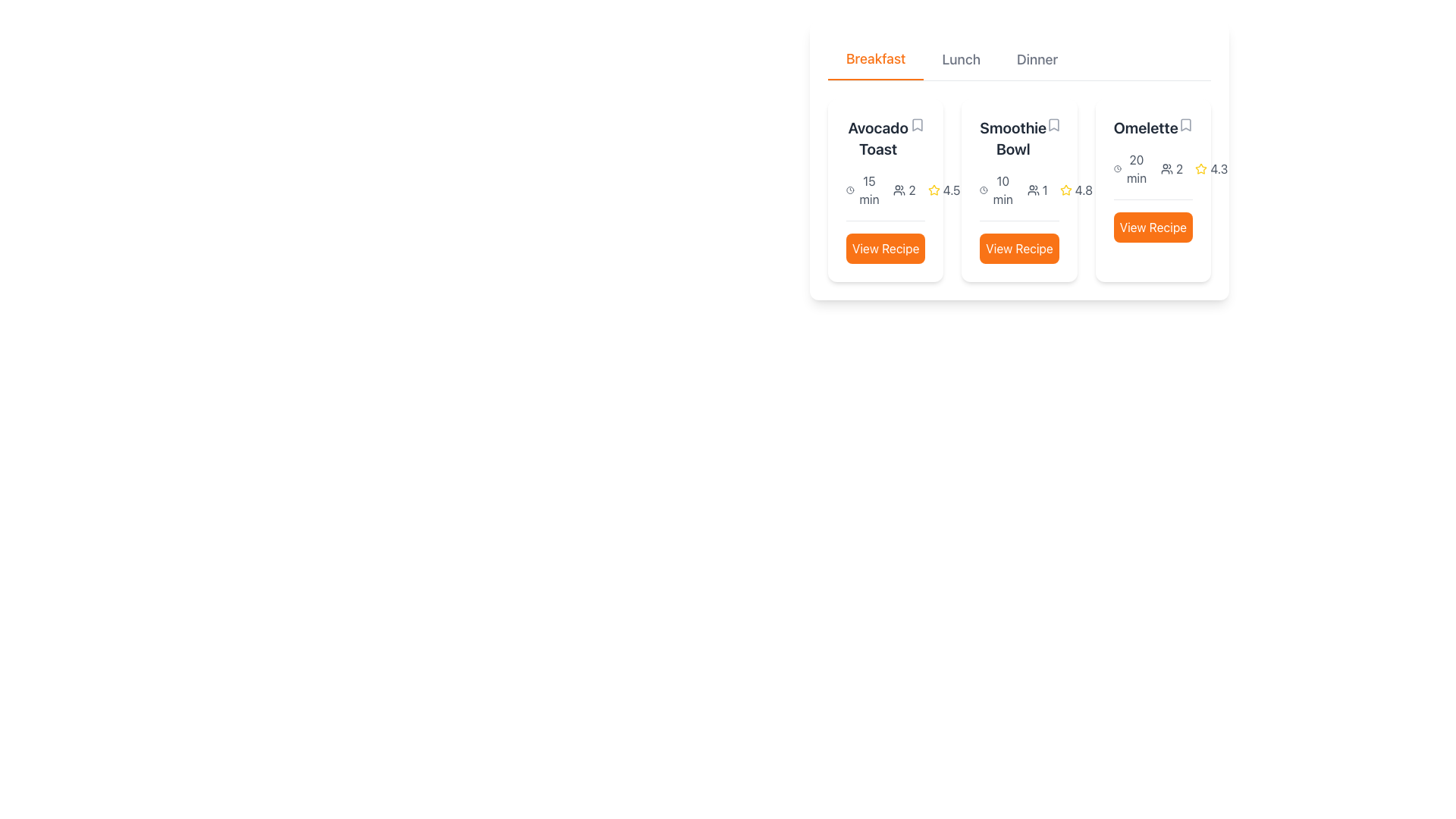 The width and height of the screenshot is (1456, 819). I want to click on the numerical rating text label located in the third card of the 'Breakfast' section, which is aligned next to the yellow star icon beneath the recipe title, so click(1075, 189).